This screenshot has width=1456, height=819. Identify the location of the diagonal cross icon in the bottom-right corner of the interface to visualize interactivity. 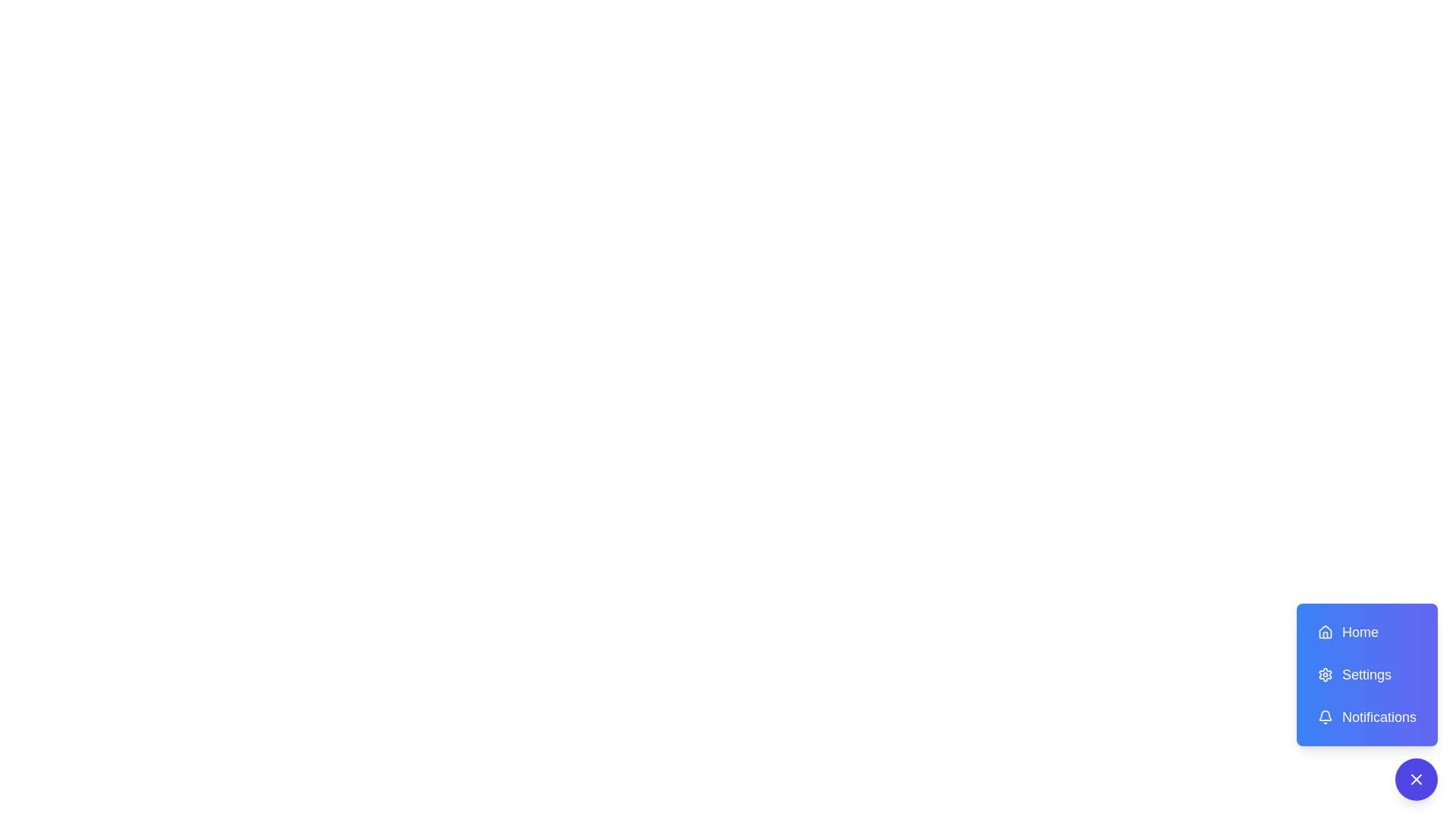
(1415, 780).